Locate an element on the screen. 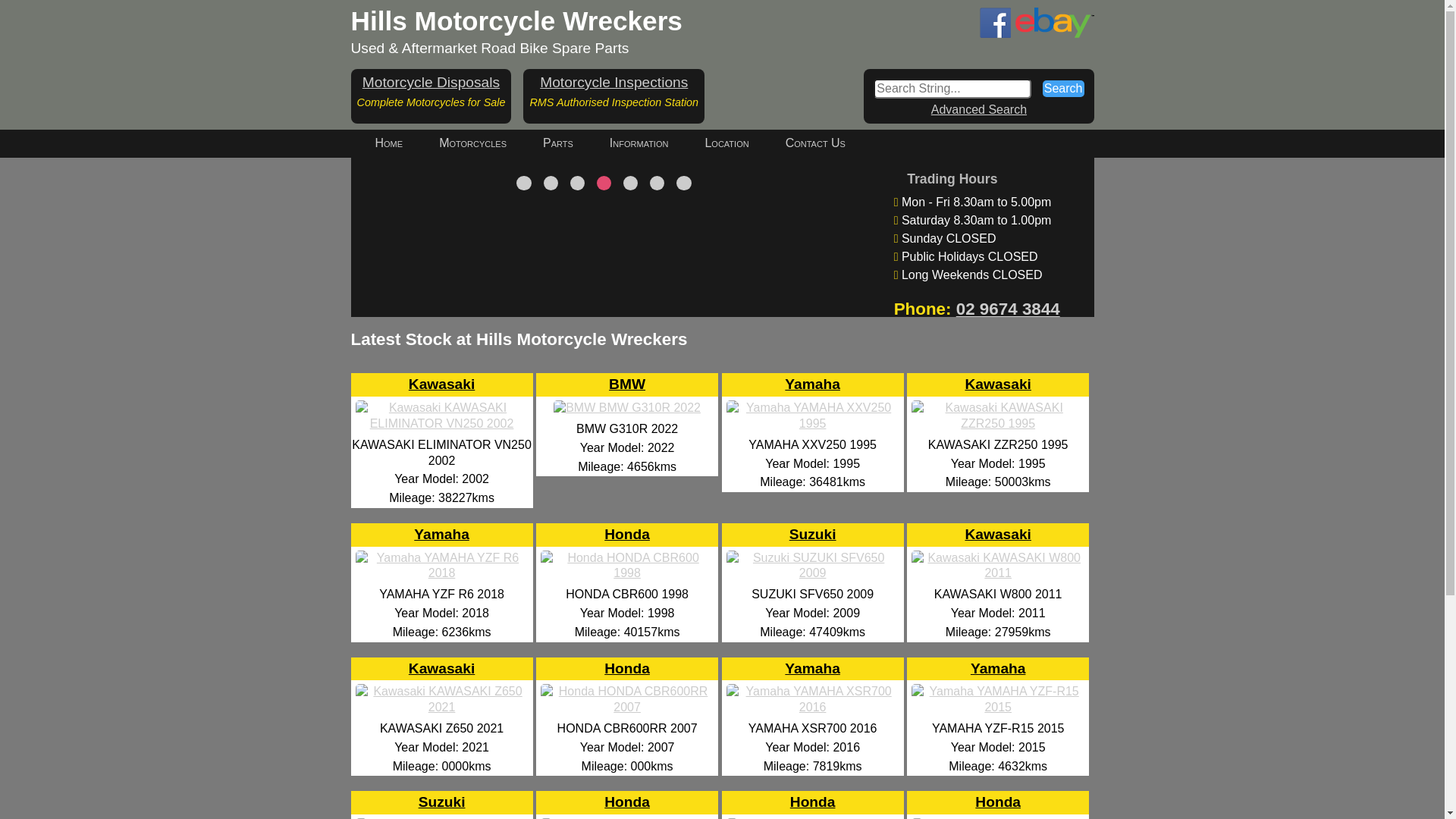  'Location' is located at coordinates (726, 143).